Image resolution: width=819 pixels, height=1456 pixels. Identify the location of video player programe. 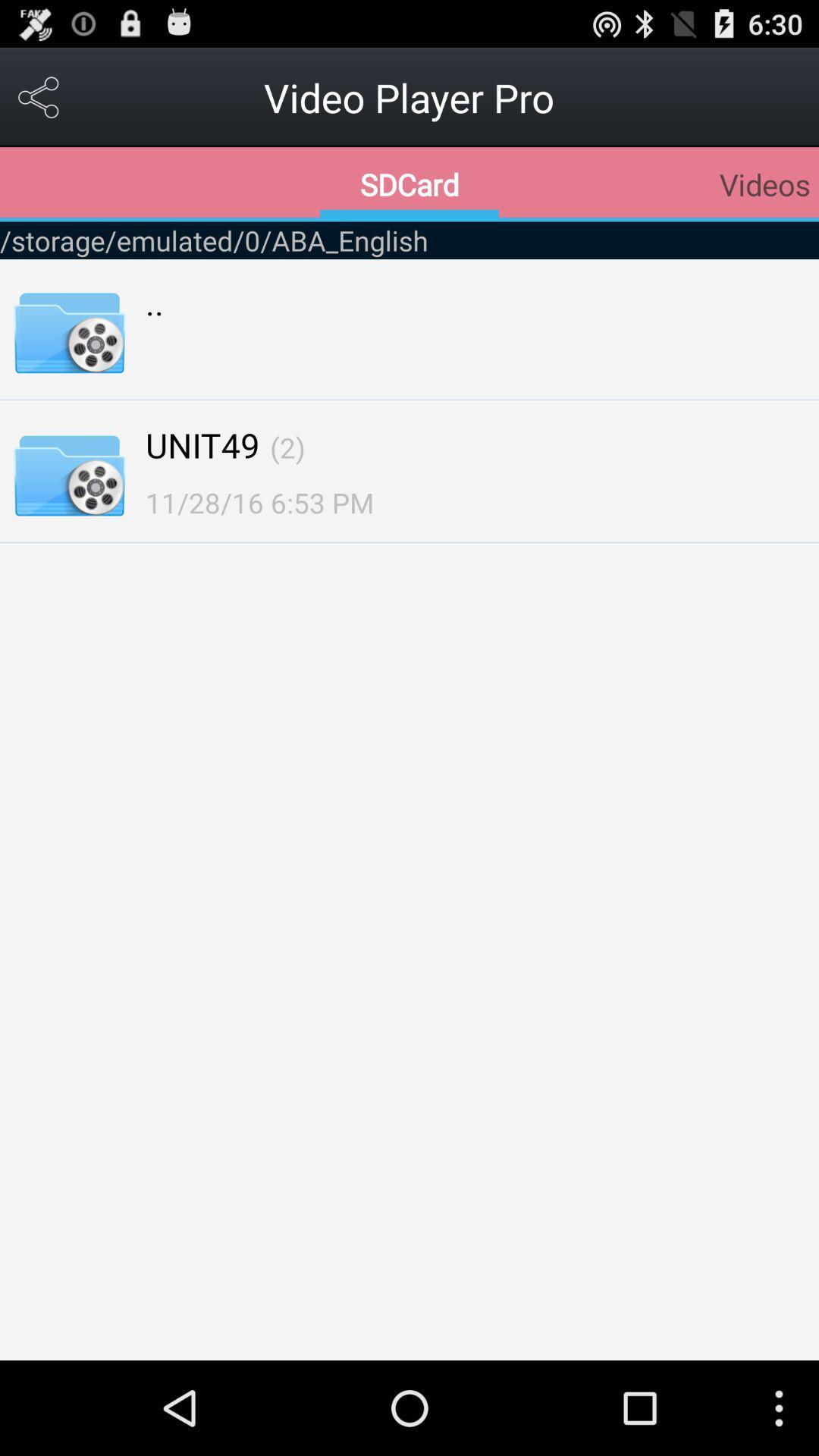
(39, 96).